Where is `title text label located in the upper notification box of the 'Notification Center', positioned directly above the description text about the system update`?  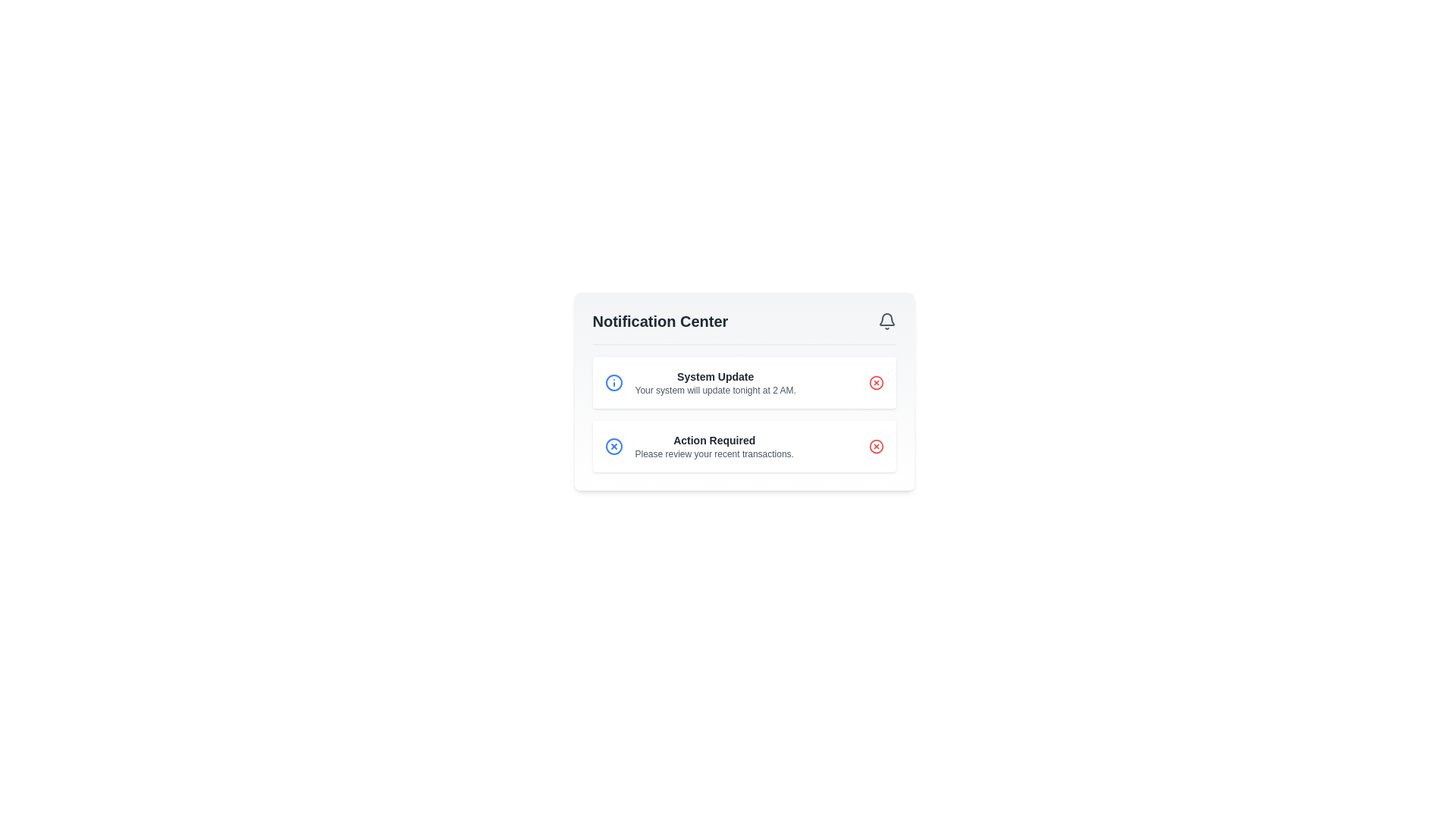
title text label located in the upper notification box of the 'Notification Center', positioned directly above the description text about the system update is located at coordinates (714, 376).